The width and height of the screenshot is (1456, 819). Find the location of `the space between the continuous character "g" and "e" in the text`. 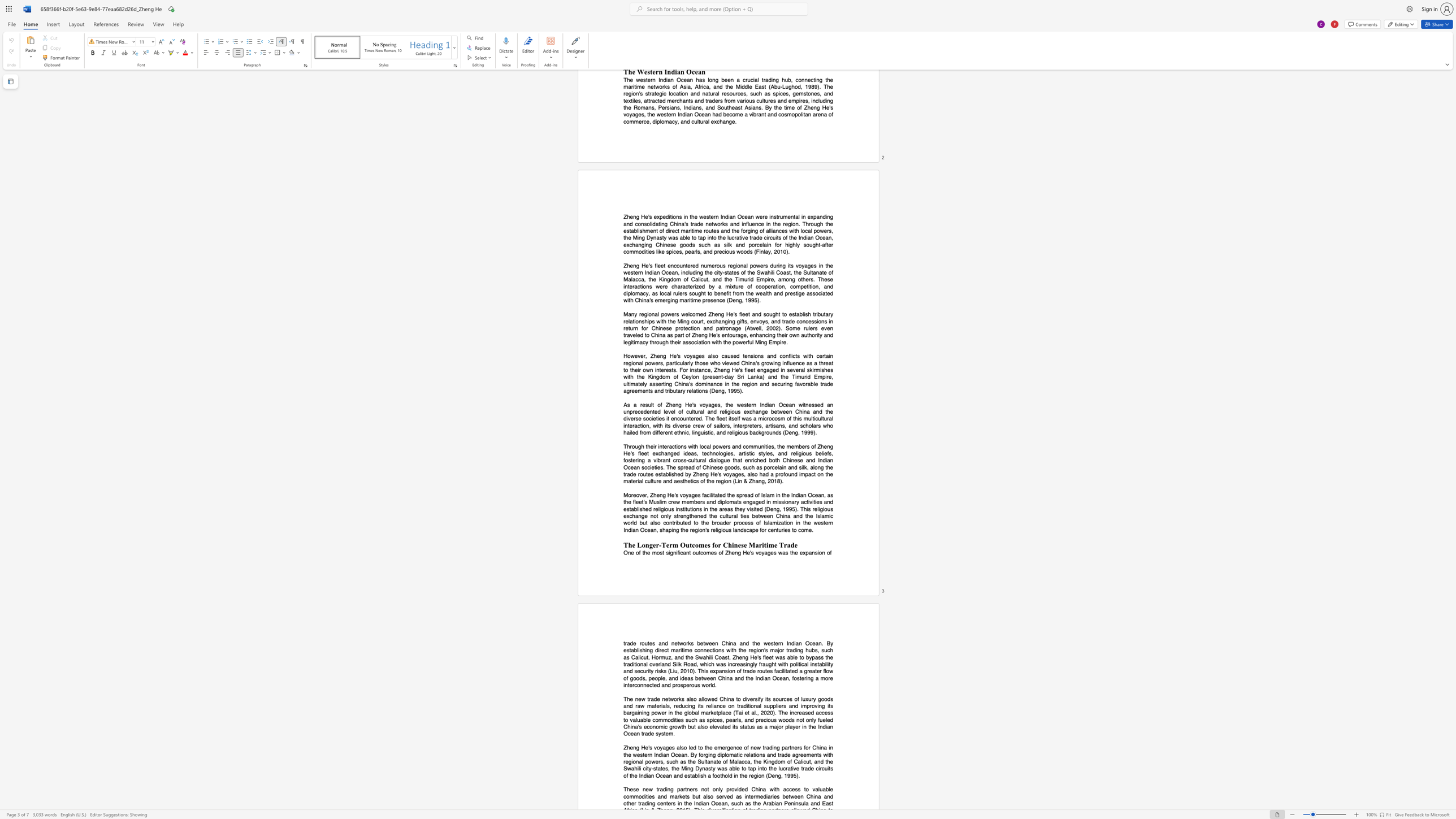

the space between the continuous character "g" and "e" in the text is located at coordinates (770, 553).